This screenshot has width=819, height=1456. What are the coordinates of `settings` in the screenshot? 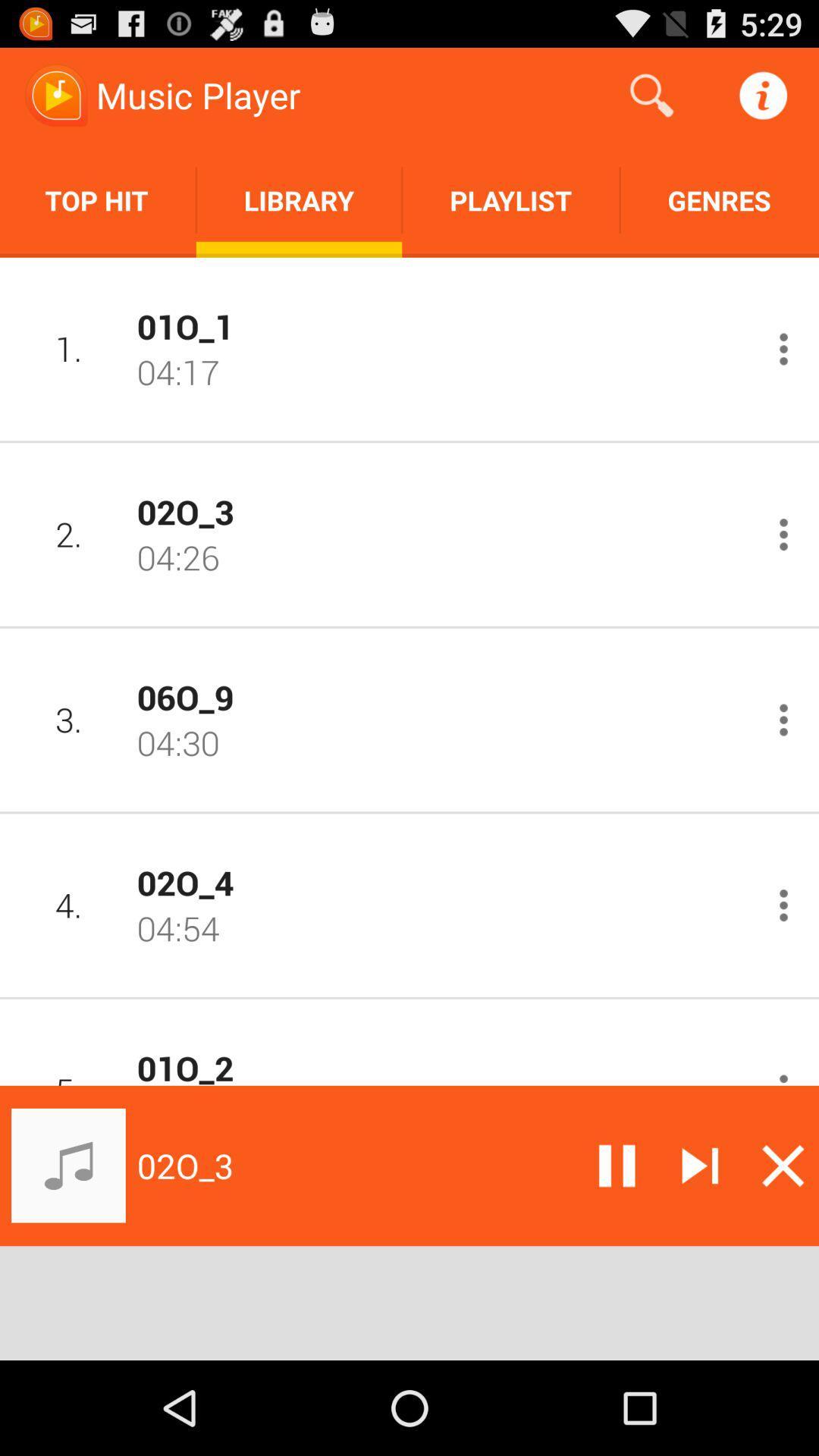 It's located at (783, 535).